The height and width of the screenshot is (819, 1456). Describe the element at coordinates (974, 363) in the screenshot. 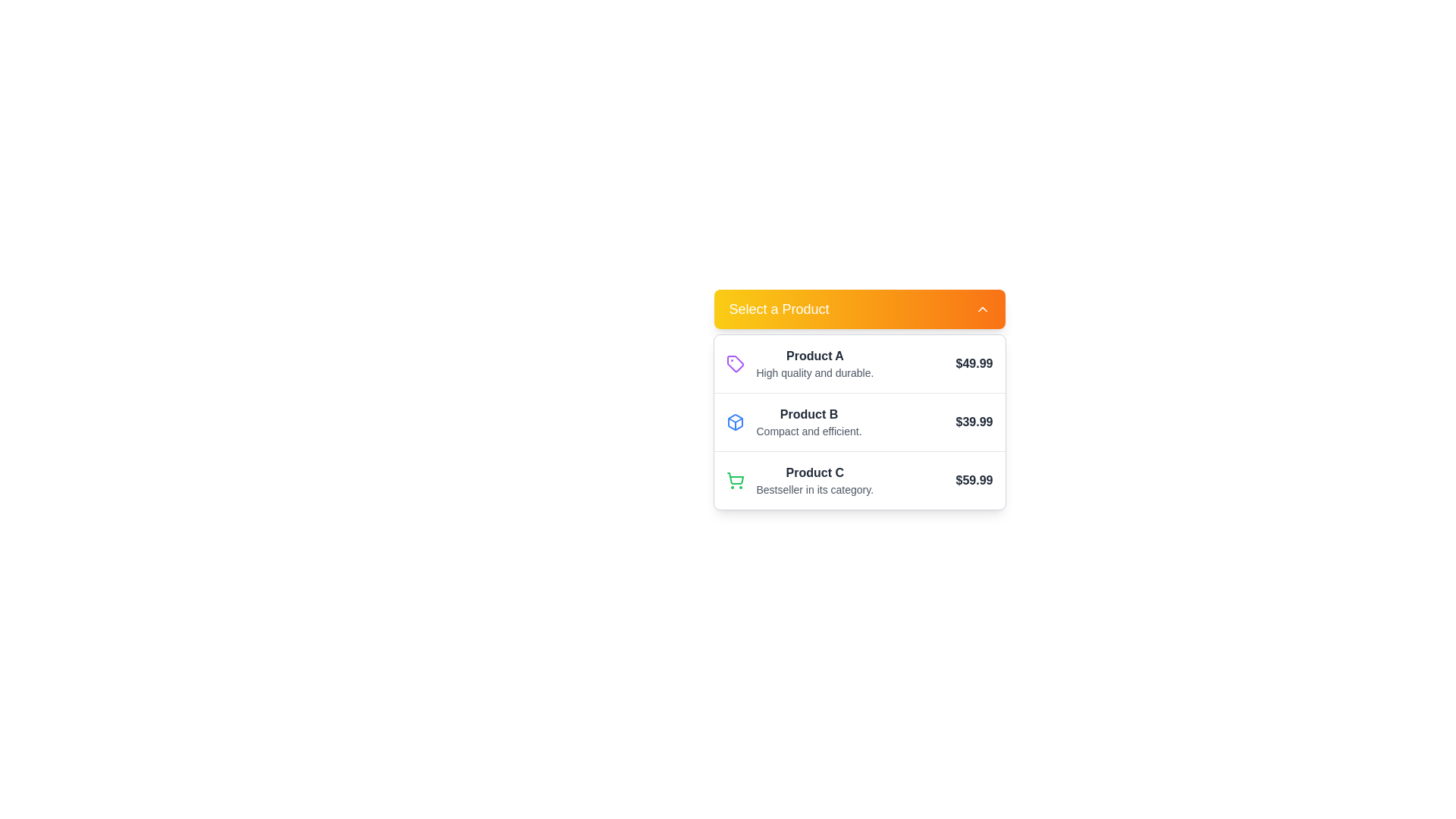

I see `the static text element displaying the price '$49.99' located at the rightmost side of the row associated with 'Product A'` at that location.